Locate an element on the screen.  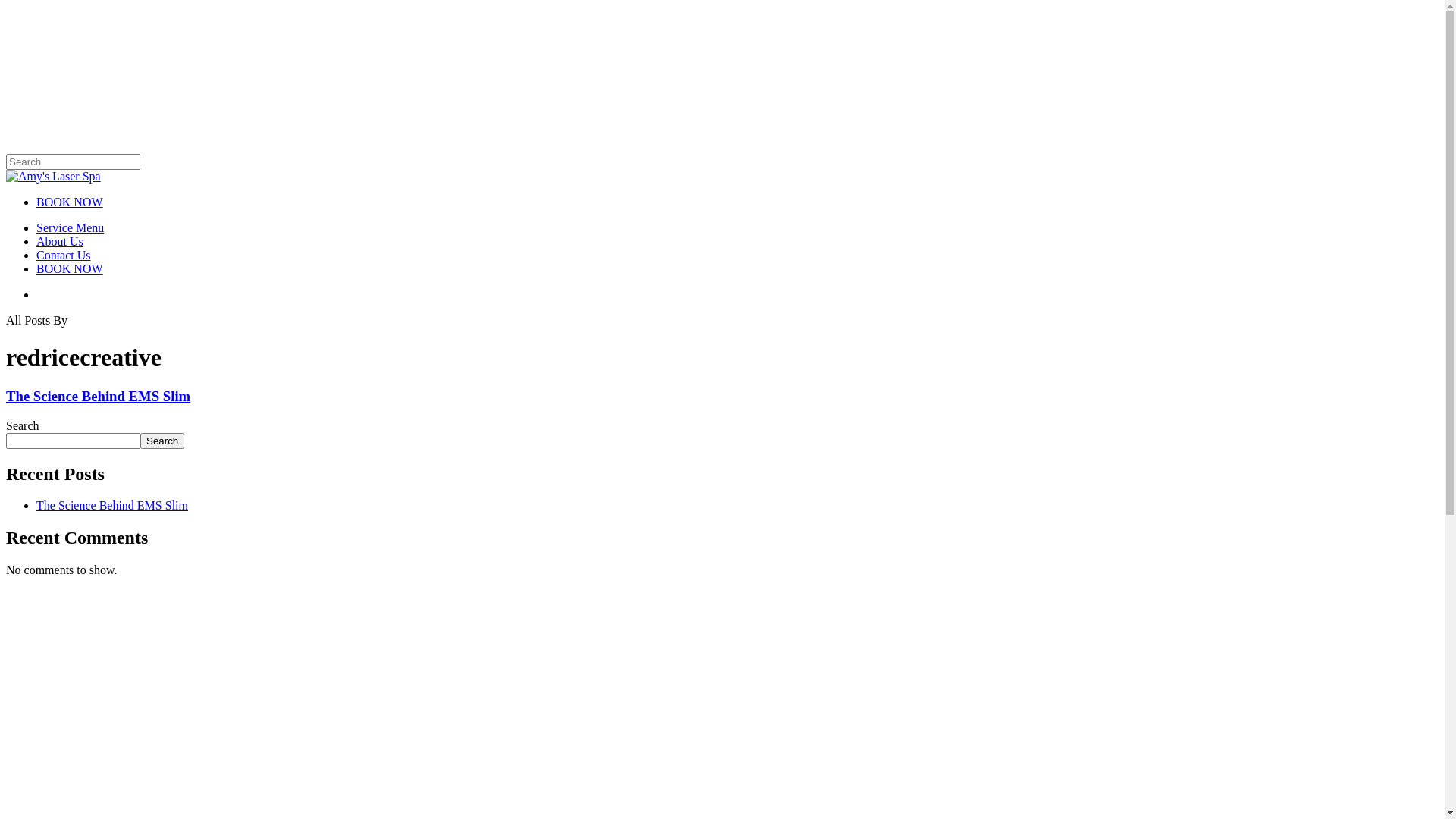
'Search' is located at coordinates (162, 441).